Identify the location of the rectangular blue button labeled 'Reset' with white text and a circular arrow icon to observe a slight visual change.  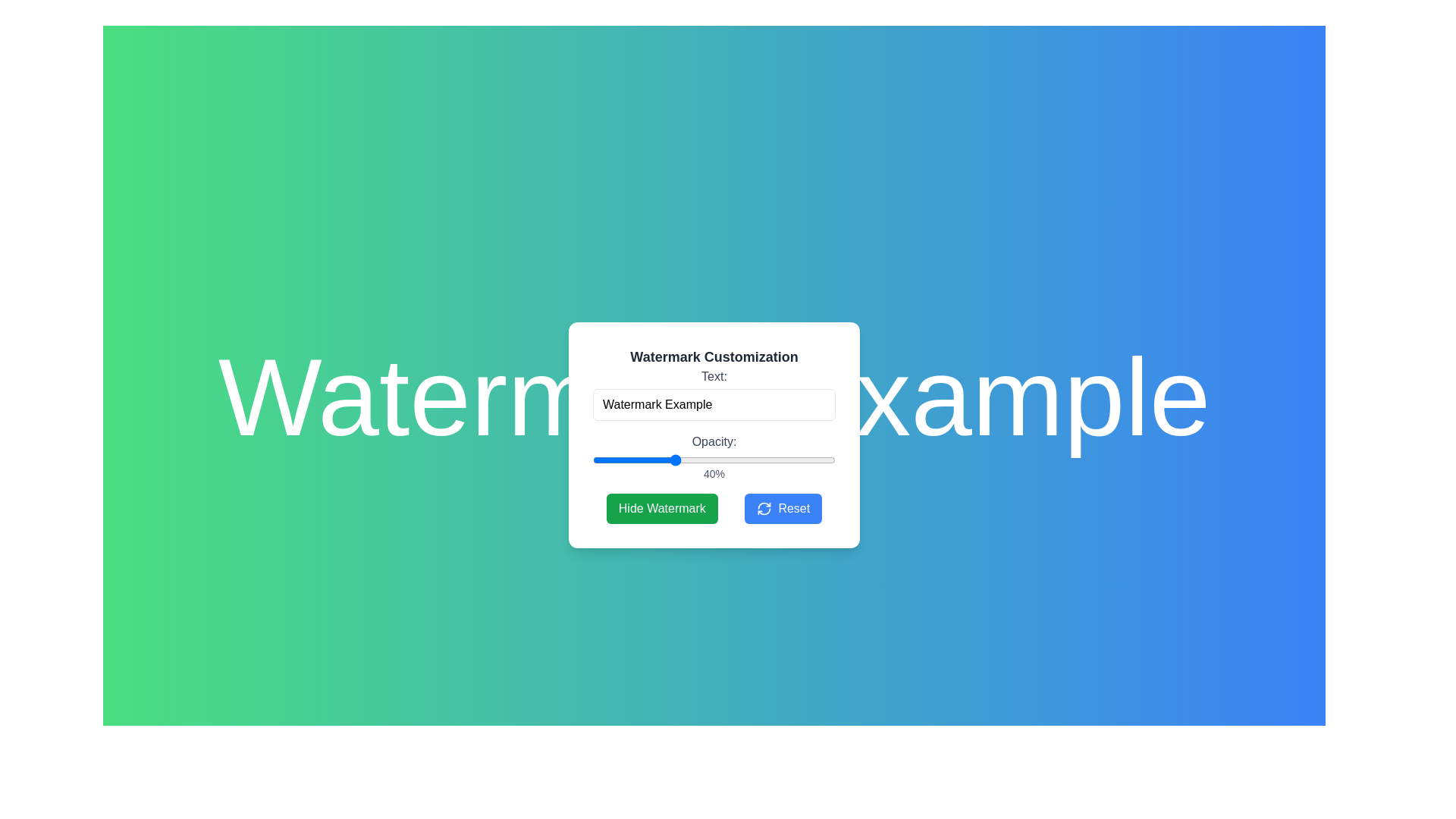
(783, 509).